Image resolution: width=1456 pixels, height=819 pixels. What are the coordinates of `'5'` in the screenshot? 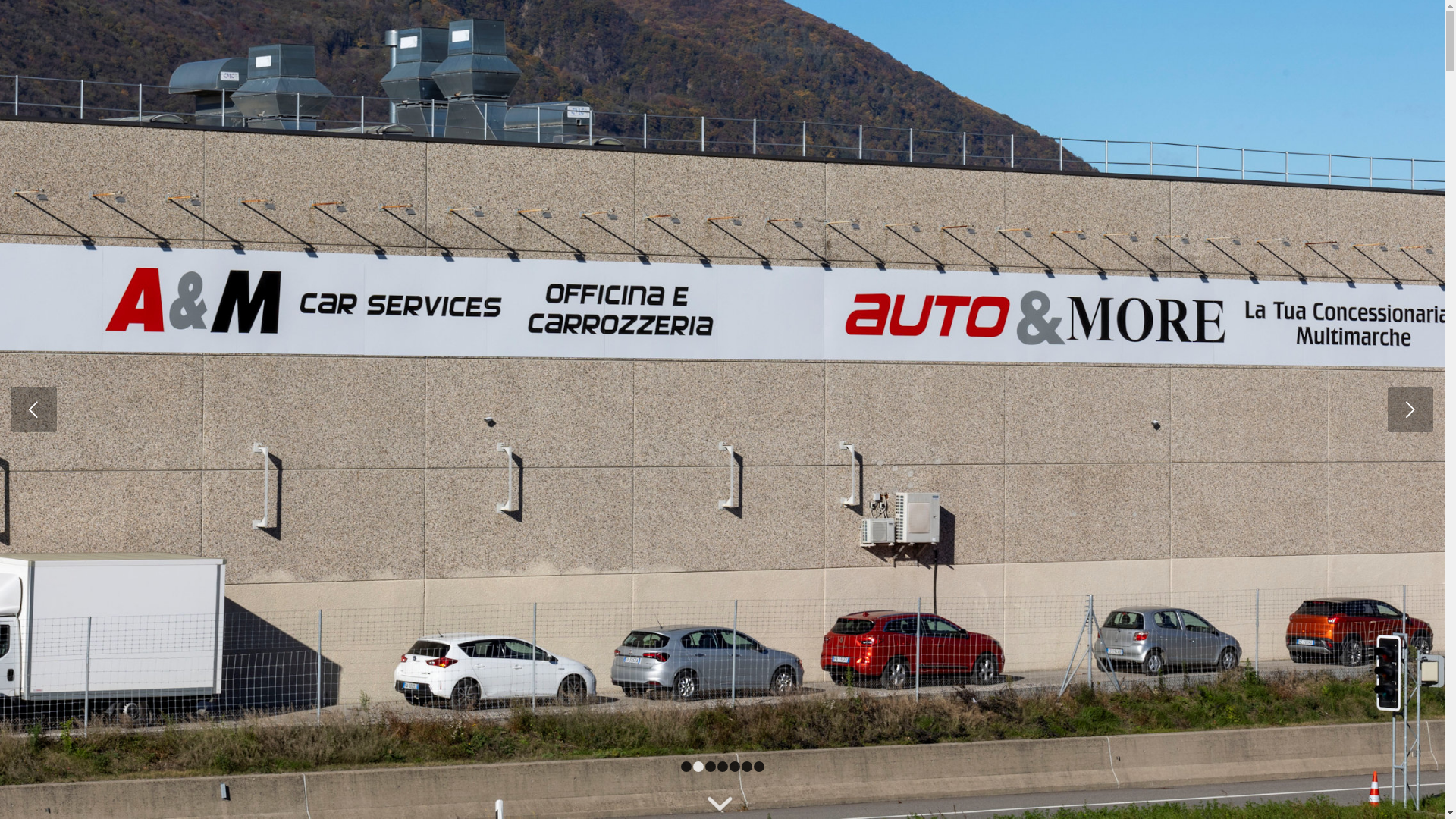 It's located at (735, 766).